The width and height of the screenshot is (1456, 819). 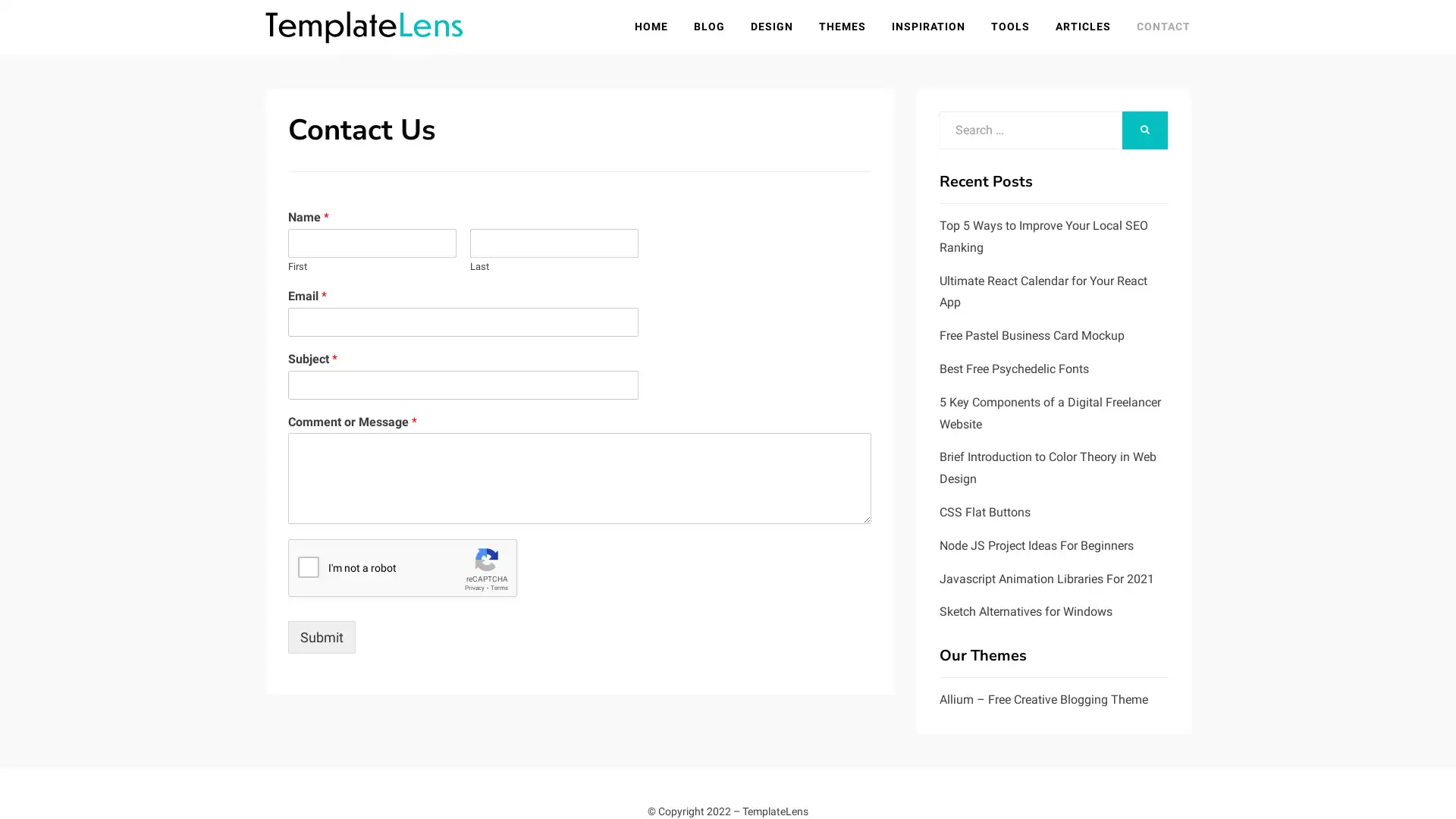 I want to click on Submit, so click(x=321, y=637).